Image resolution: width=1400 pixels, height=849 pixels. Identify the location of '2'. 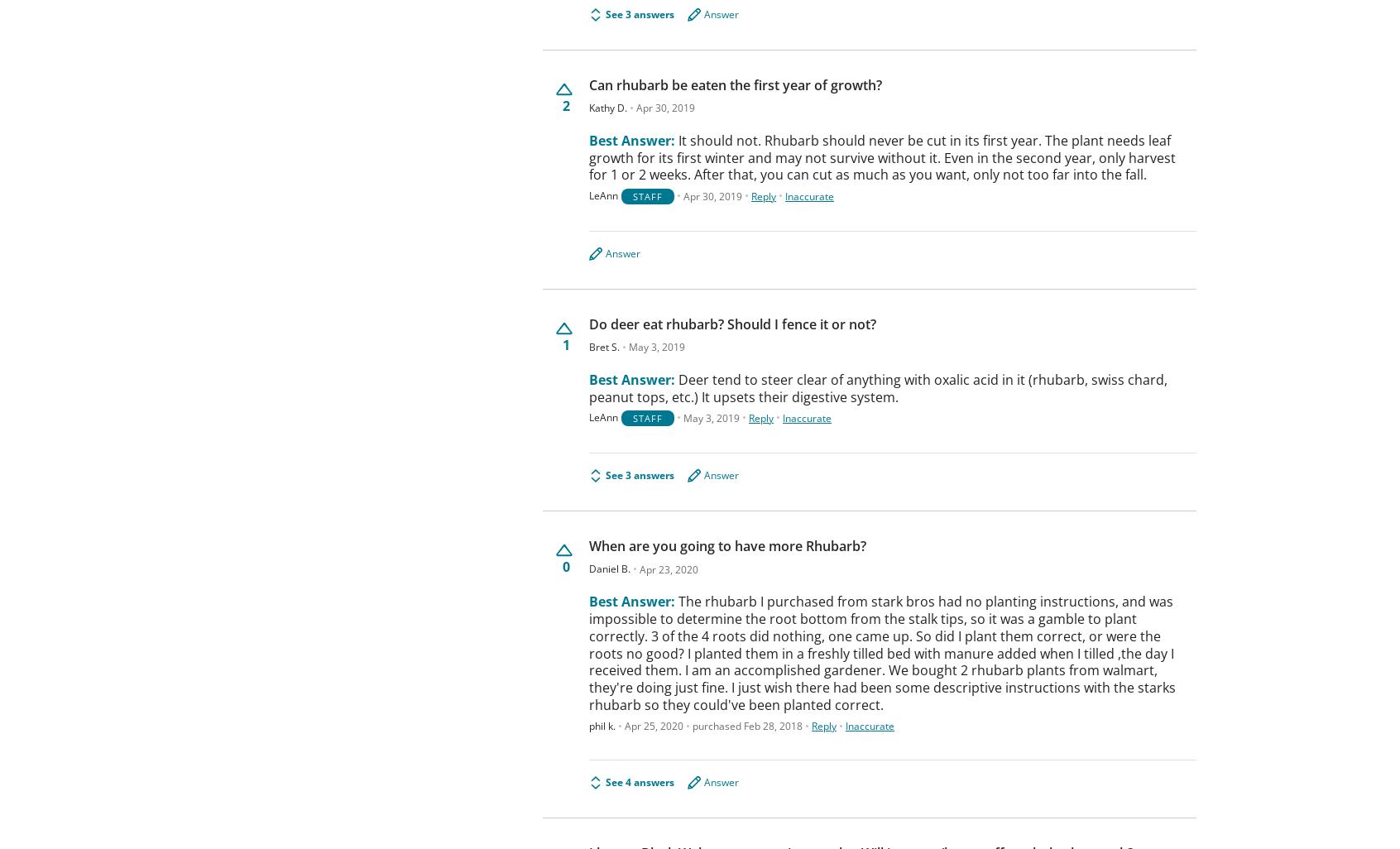
(565, 105).